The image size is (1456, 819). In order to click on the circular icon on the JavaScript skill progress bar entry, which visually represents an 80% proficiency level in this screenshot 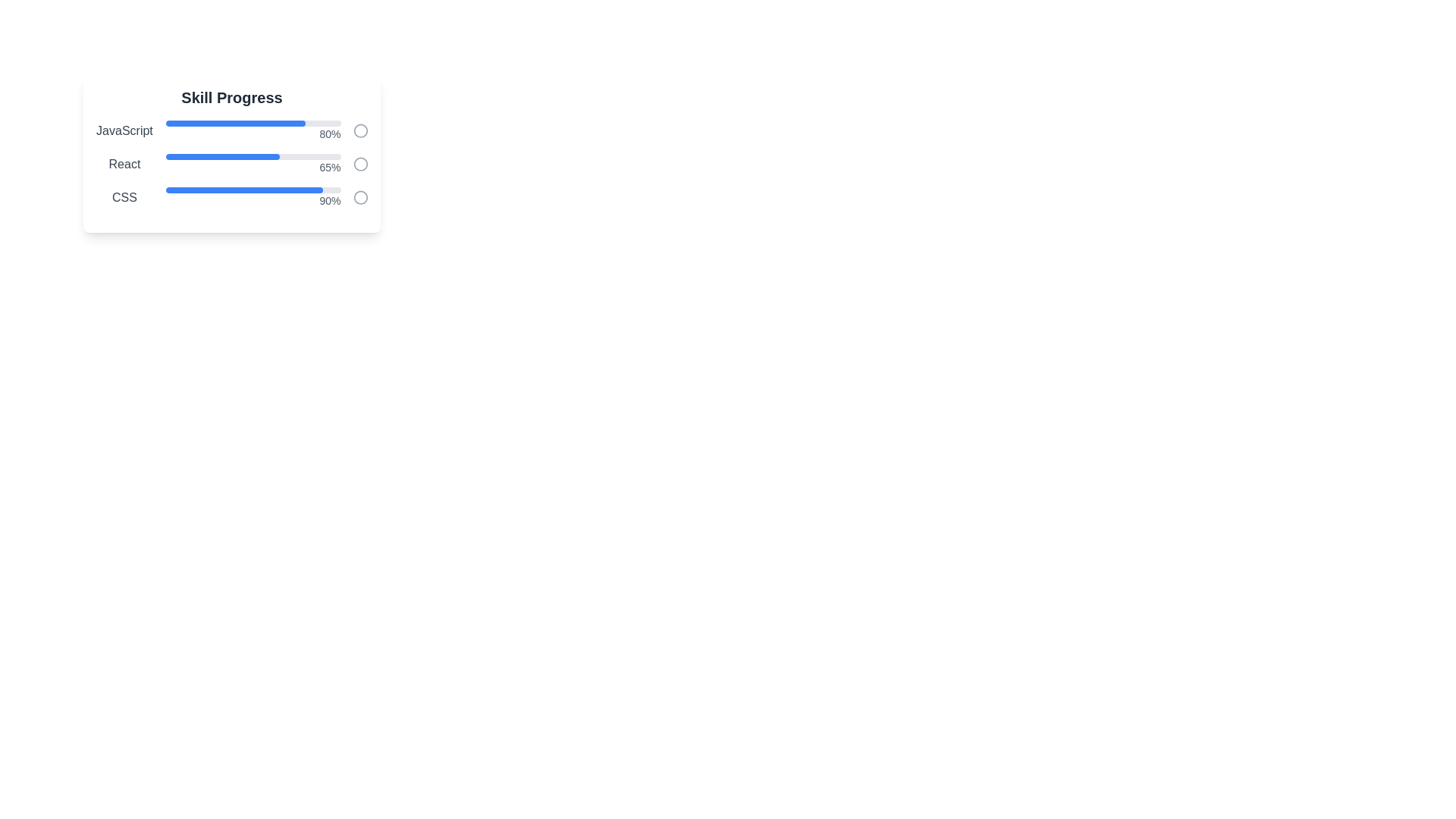, I will do `click(231, 130)`.